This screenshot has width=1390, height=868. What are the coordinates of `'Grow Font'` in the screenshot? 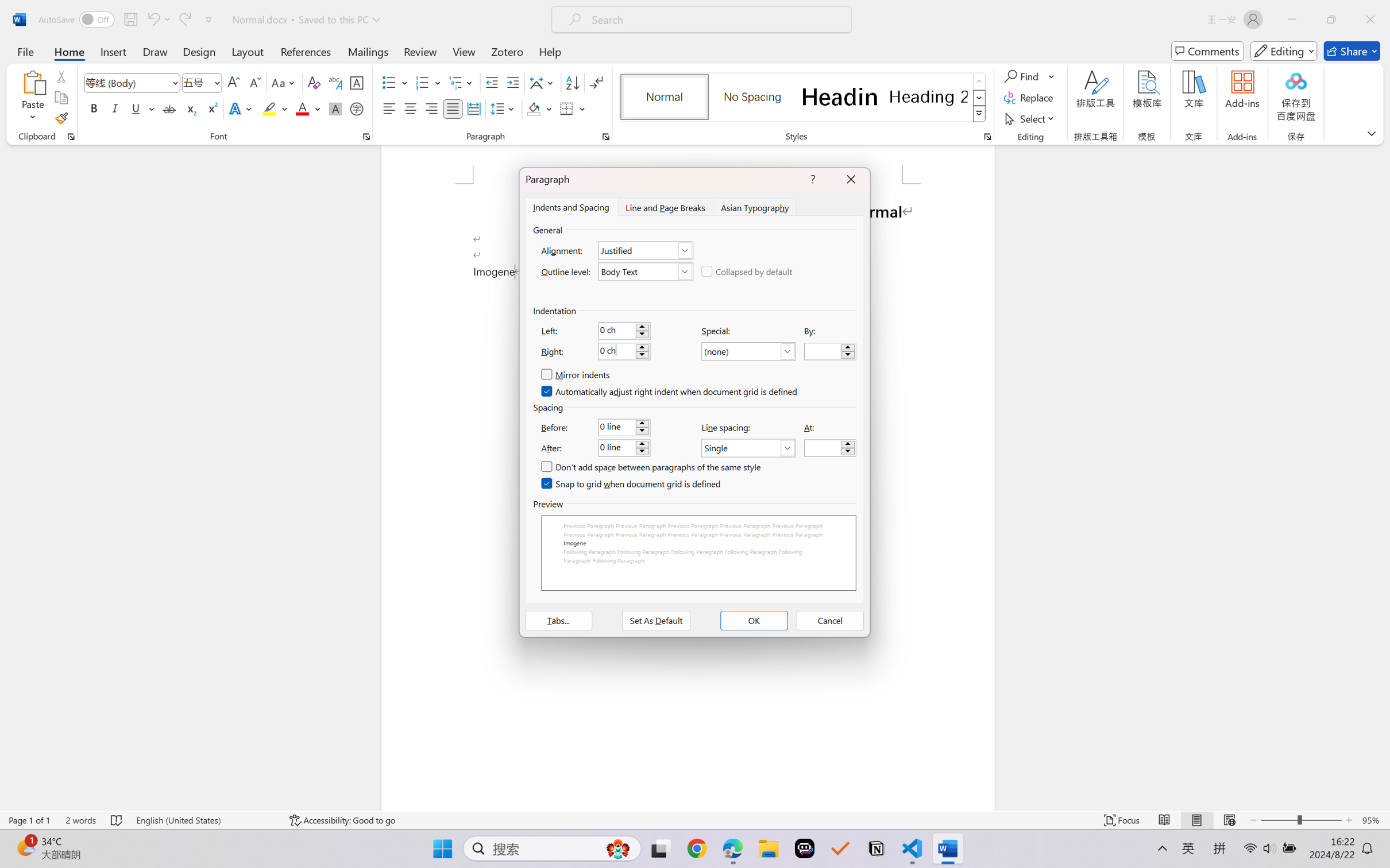 It's located at (233, 83).